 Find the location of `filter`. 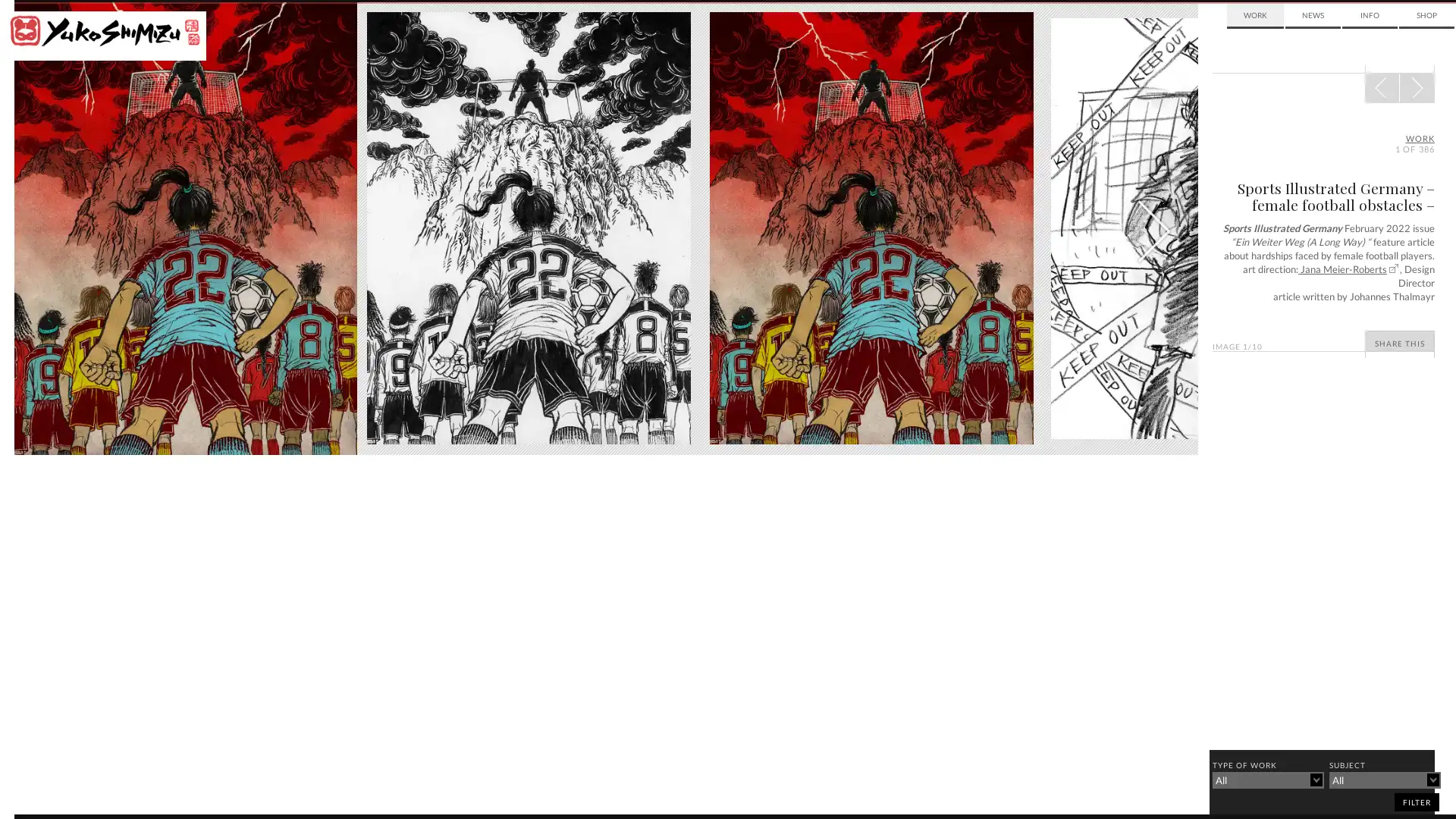

filter is located at coordinates (1416, 800).